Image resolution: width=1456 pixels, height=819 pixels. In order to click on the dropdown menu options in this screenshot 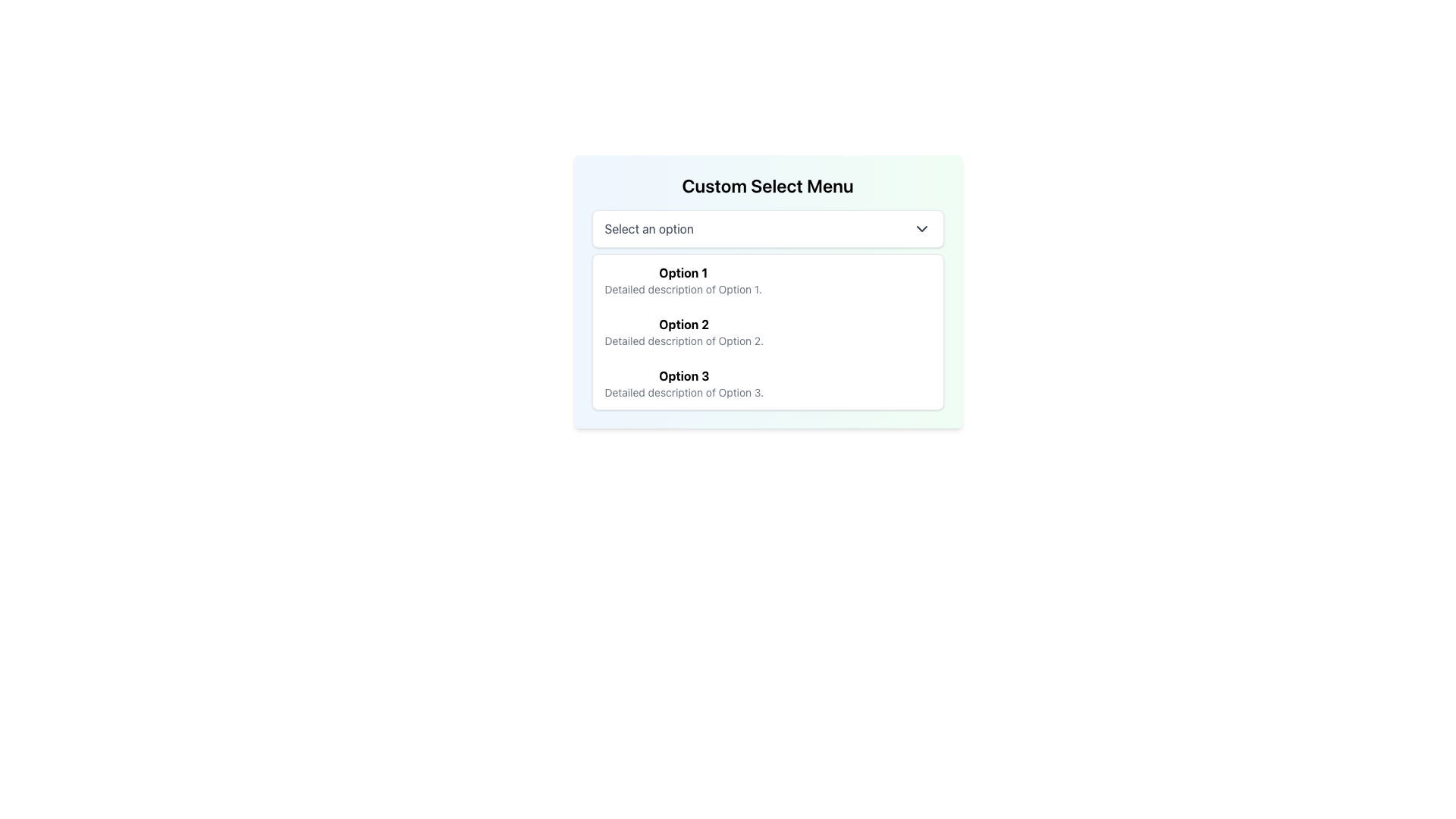, I will do `click(767, 331)`.